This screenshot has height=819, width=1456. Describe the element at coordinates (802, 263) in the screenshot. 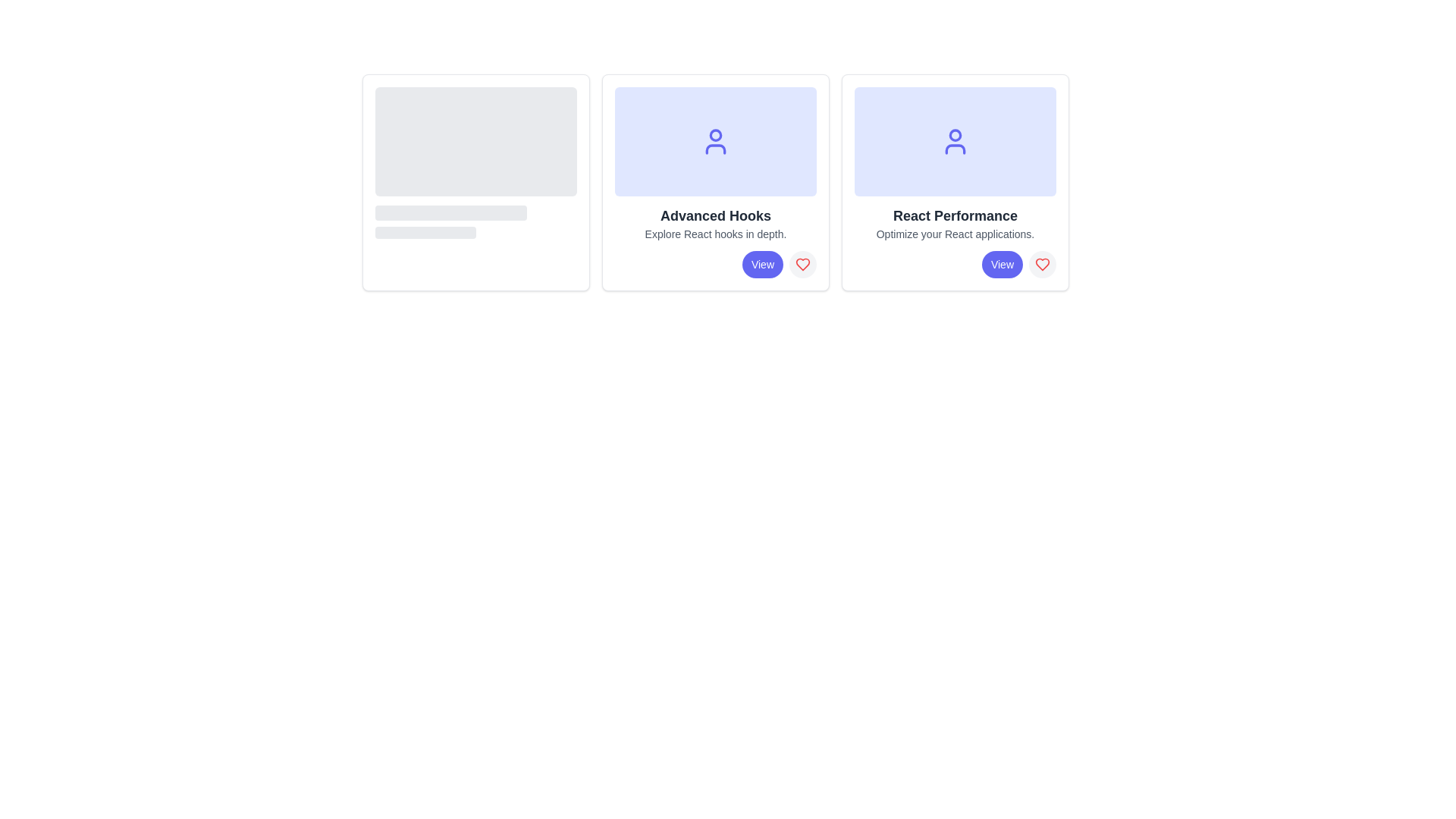

I see `the circular 'like' button with a heart icon located at the bottom-right corner of the 'Advanced Hooks' card` at that location.